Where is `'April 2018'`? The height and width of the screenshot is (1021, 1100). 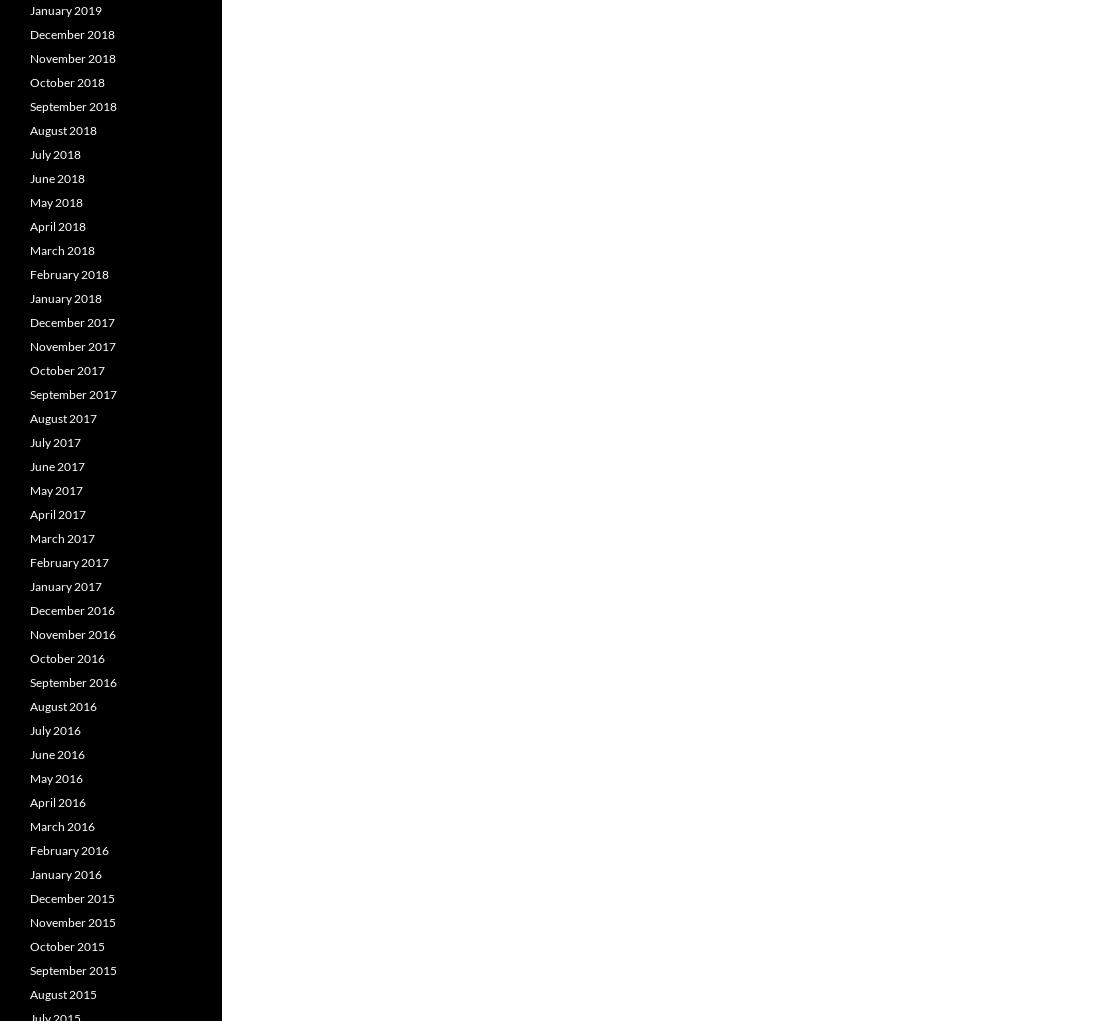
'April 2018' is located at coordinates (56, 226).